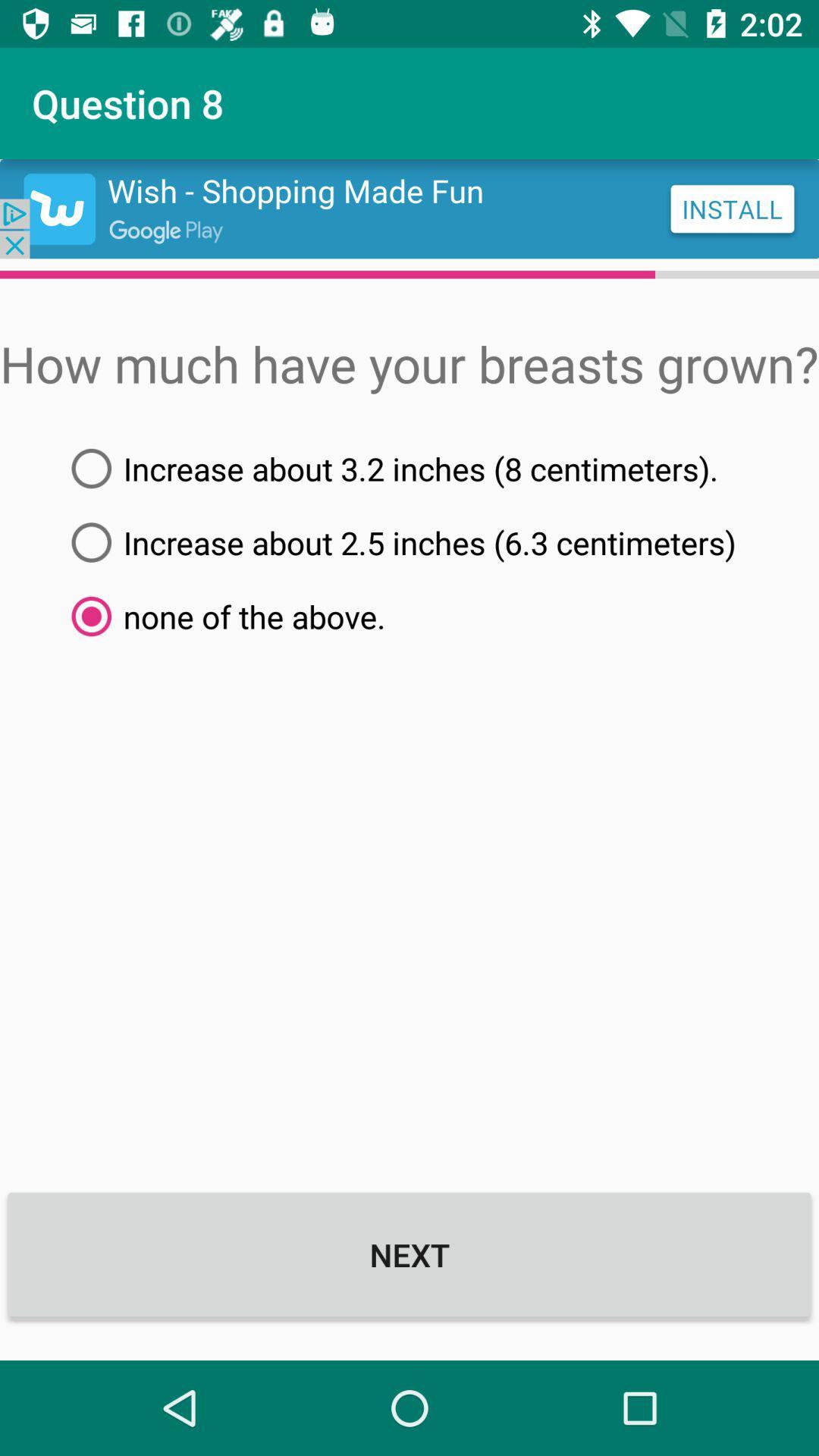 This screenshot has width=819, height=1456. What do you see at coordinates (409, 208) in the screenshot?
I see `advertisement` at bounding box center [409, 208].